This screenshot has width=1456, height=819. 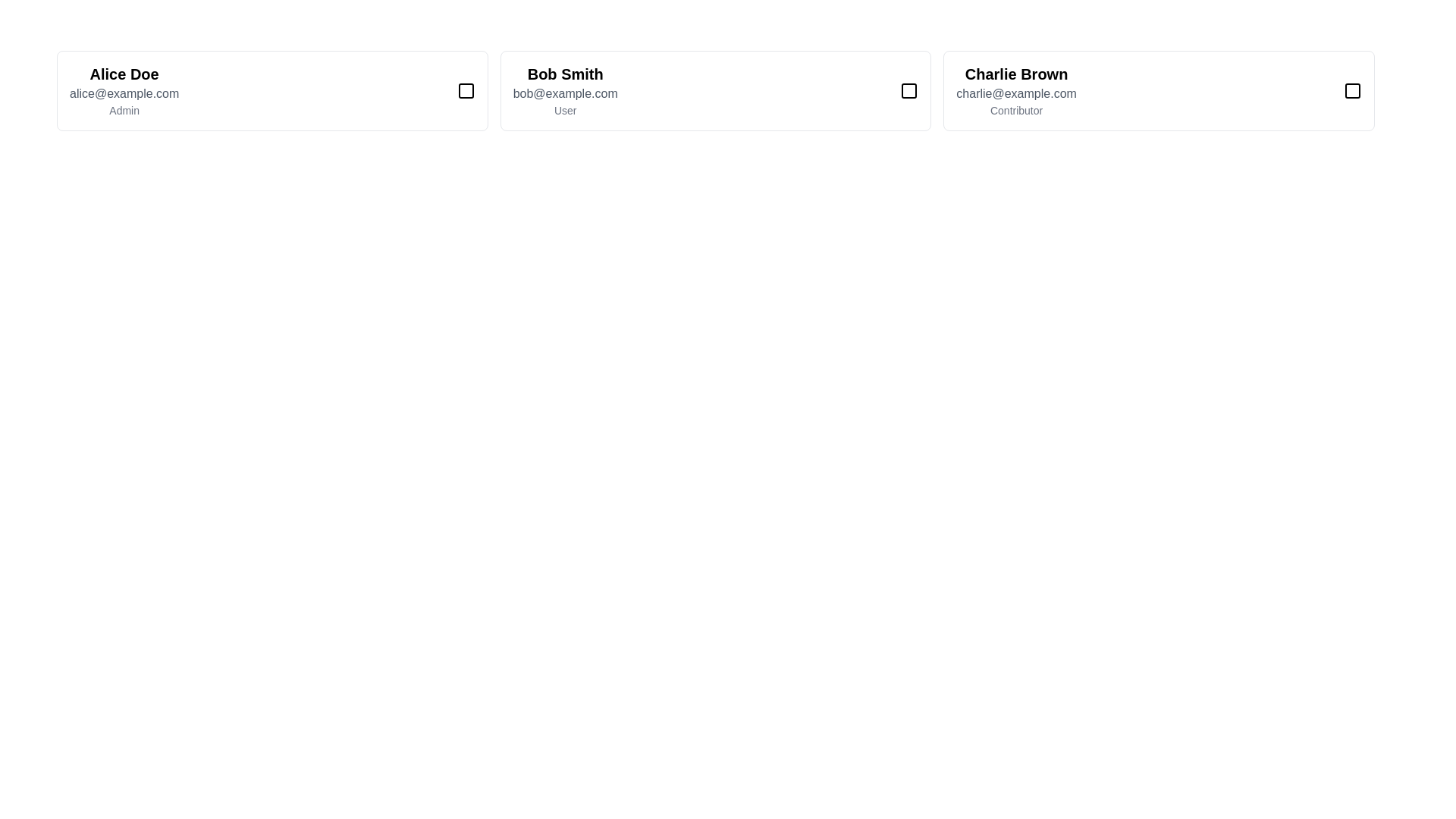 I want to click on the label displaying the text 'User', which is positioned beneath the email address 'bob@example.com' for Bob Smith, located at the bottom of the card, so click(x=564, y=110).